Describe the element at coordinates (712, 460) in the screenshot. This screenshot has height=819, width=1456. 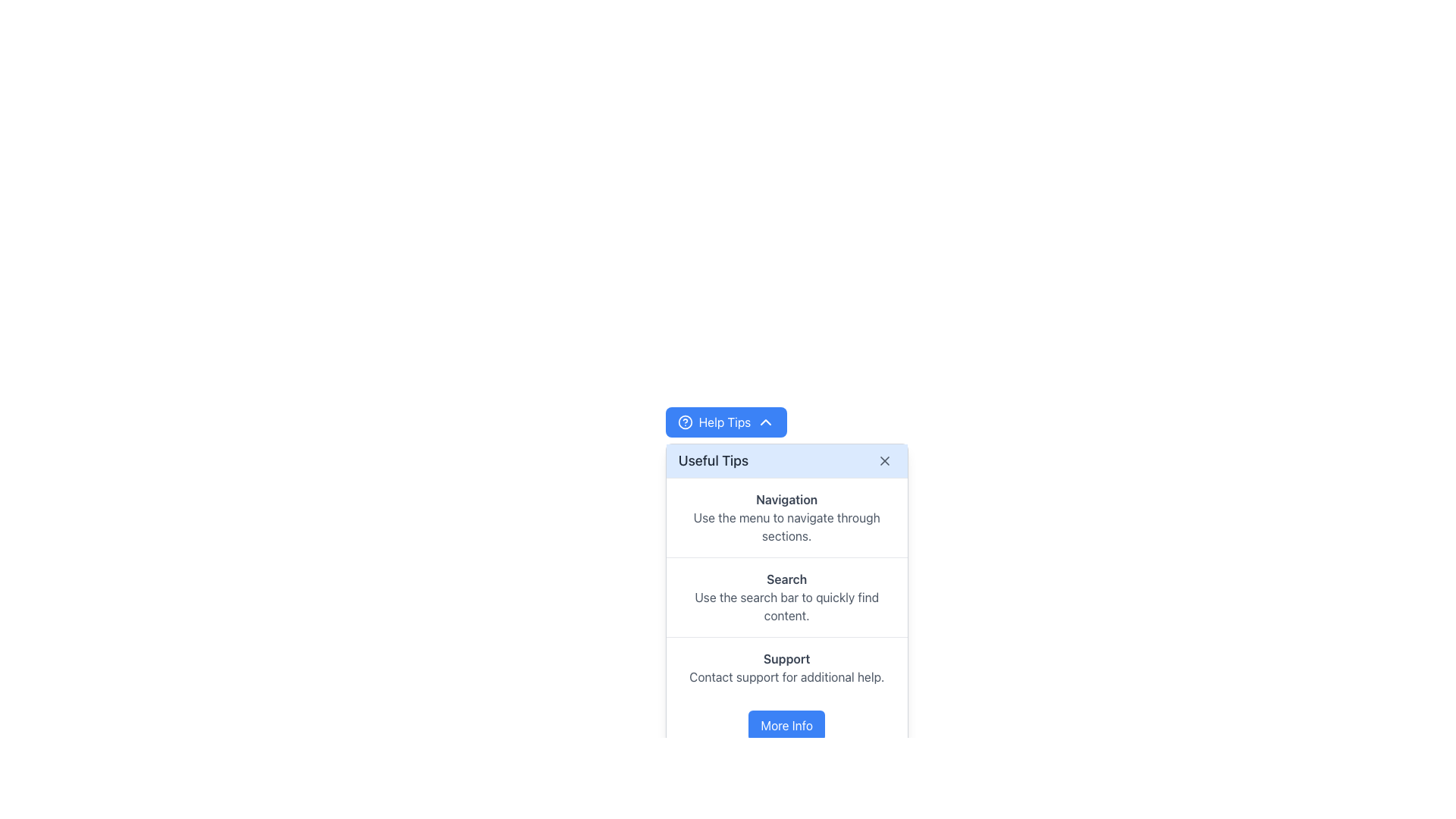
I see `the 'Useful Tips' text label, which is styled with a large, medium-weight font in dark gray, located in the top bar of a popup card` at that location.